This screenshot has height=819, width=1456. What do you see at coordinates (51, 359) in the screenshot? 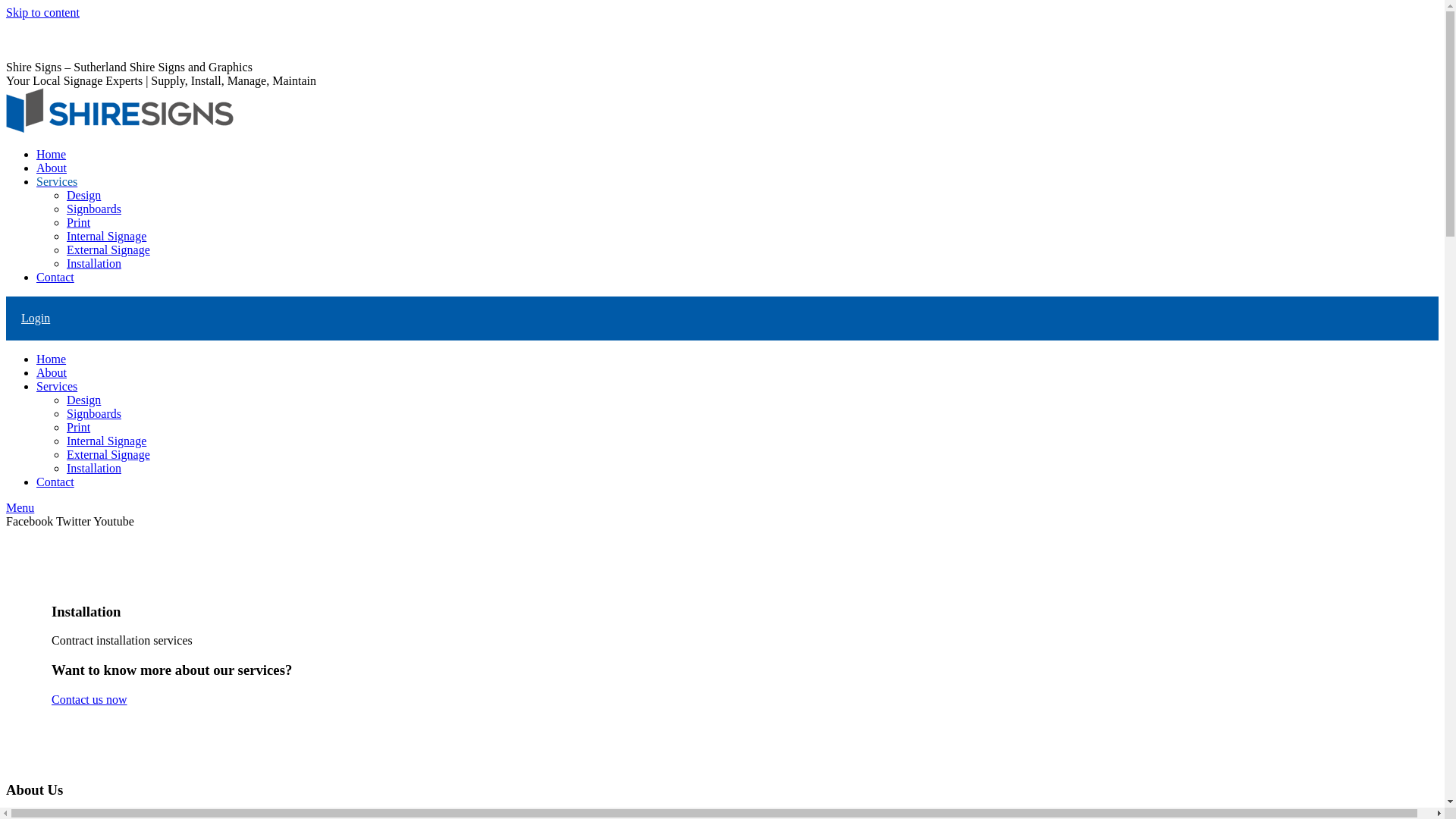
I see `'Home'` at bounding box center [51, 359].